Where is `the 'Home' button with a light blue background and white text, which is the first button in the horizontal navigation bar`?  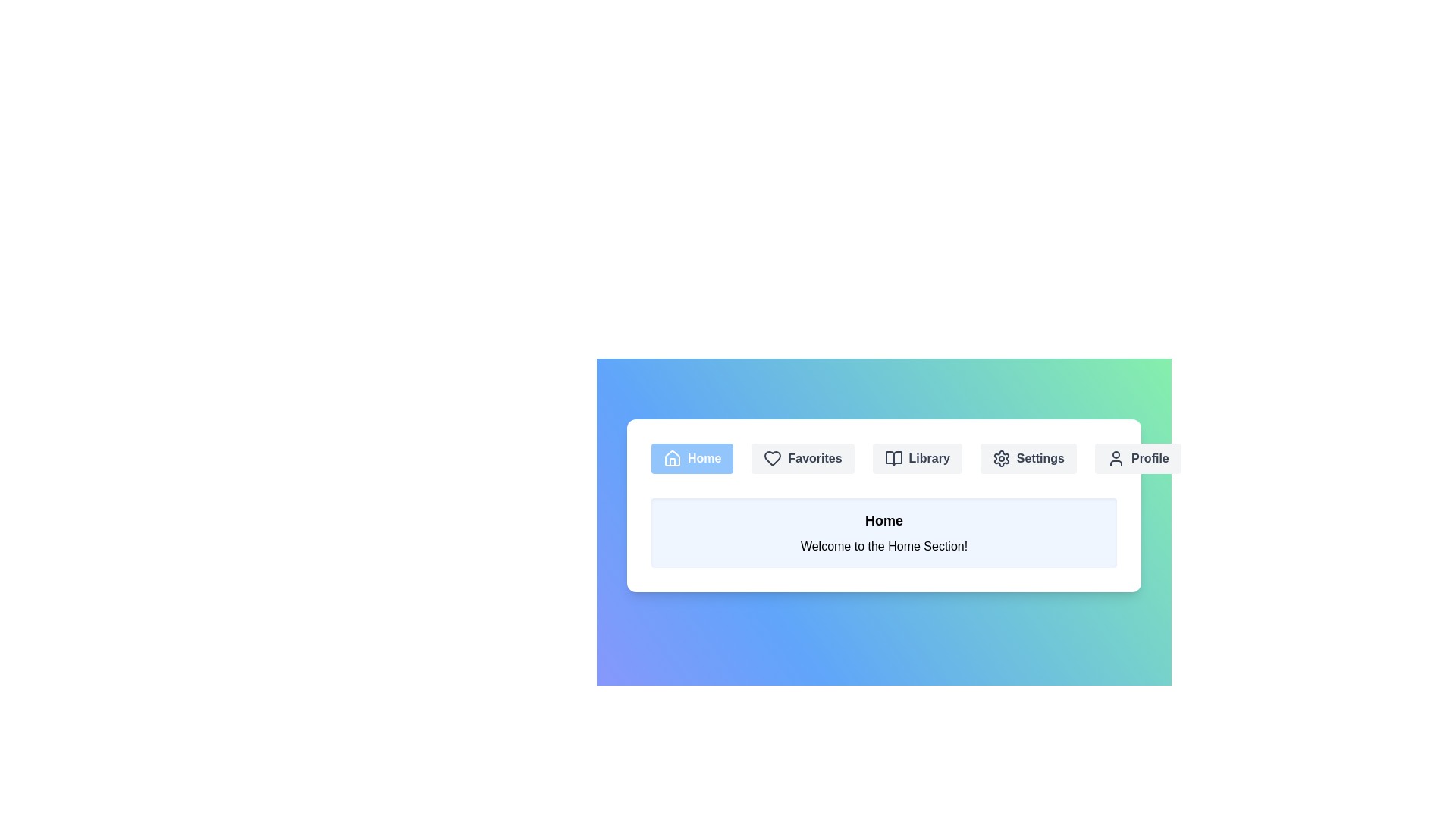
the 'Home' button with a light blue background and white text, which is the first button in the horizontal navigation bar is located at coordinates (691, 458).